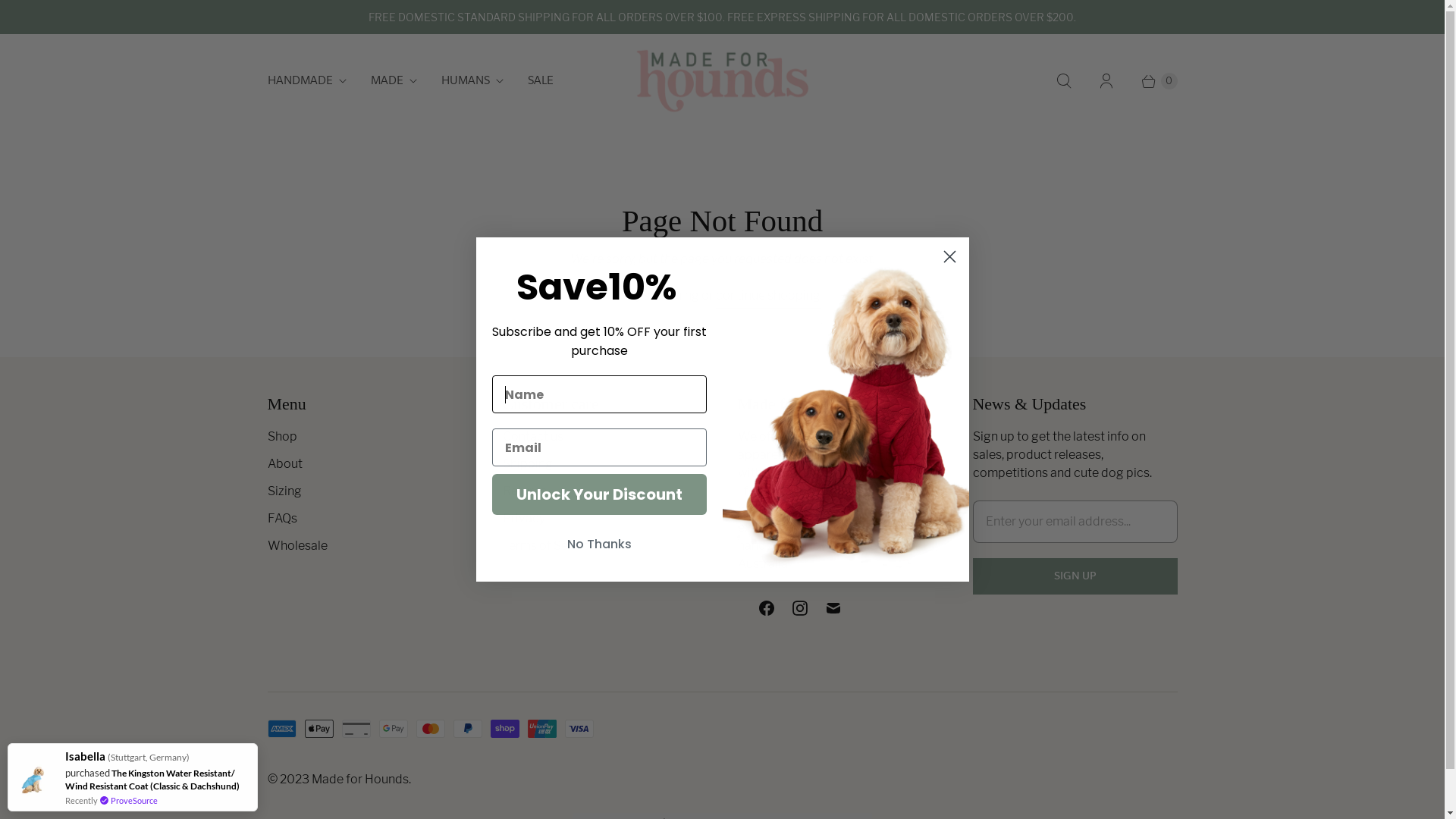 The image size is (1456, 819). Describe the element at coordinates (598, 543) in the screenshot. I see `'No Thanks'` at that location.